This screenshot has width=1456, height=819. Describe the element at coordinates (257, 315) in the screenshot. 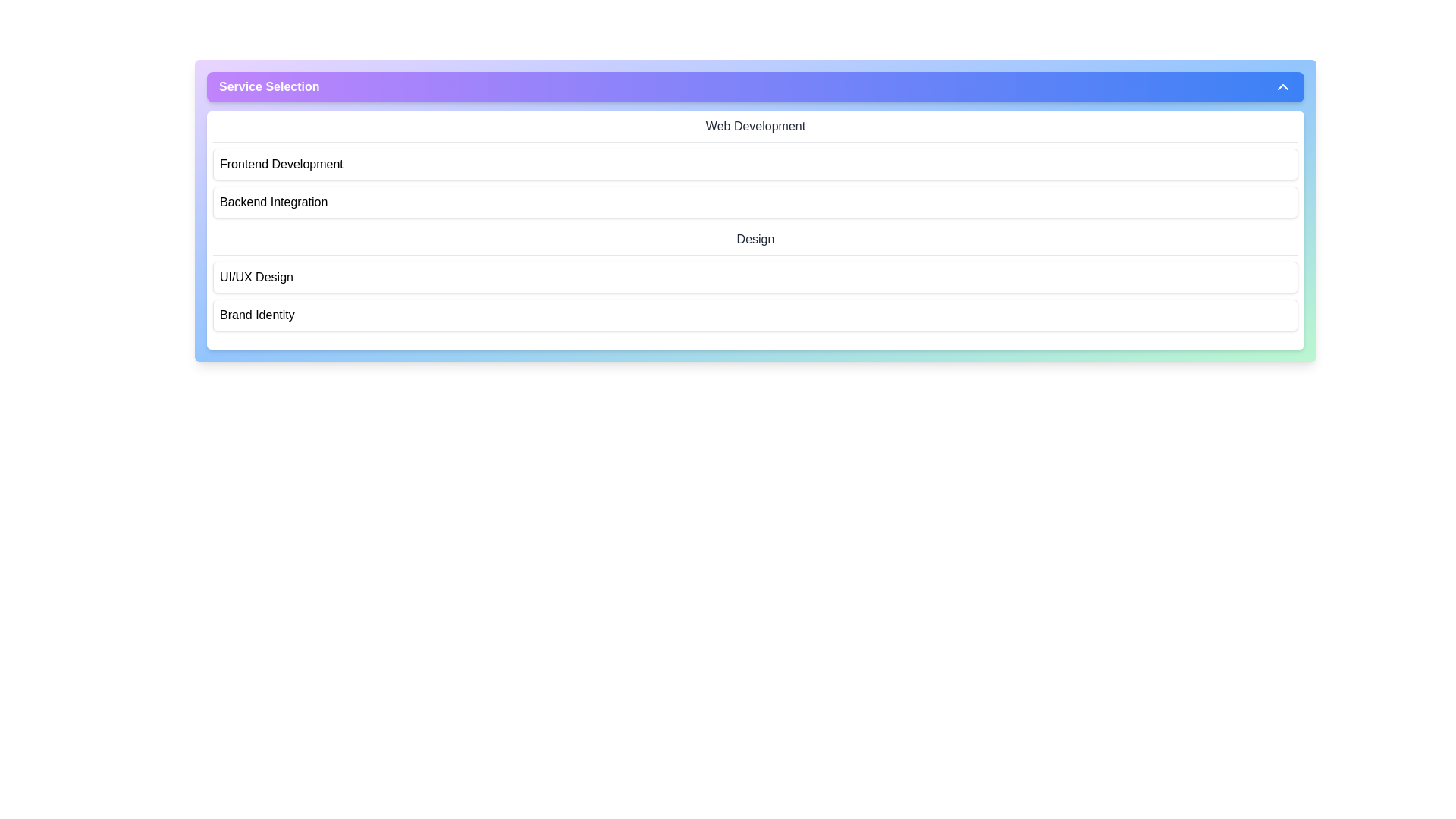

I see `the text label displaying 'Brand Identity', which is styled with a black font on a white background and appears as a clickable list item` at that location.